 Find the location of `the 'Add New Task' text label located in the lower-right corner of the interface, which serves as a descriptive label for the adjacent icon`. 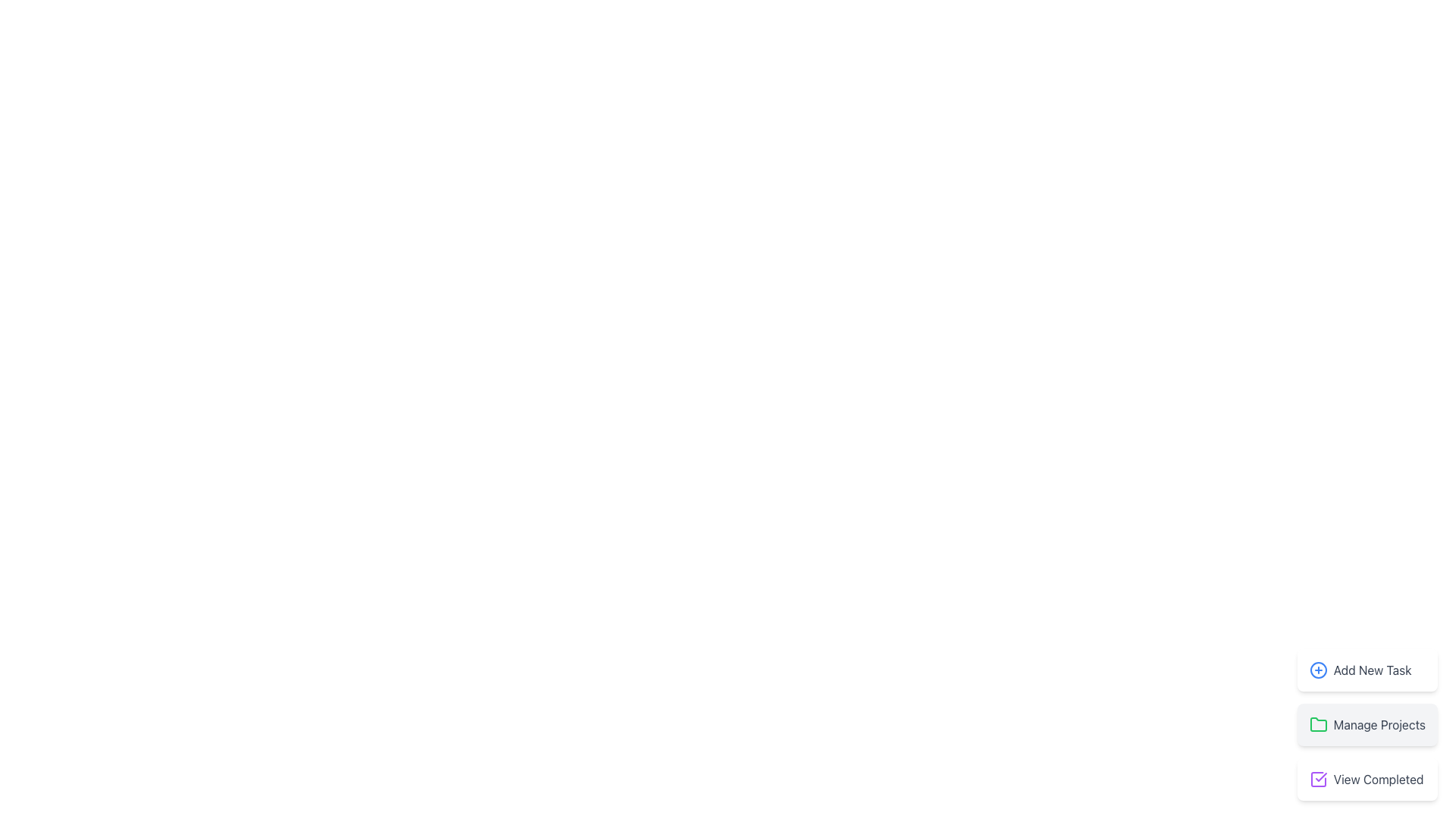

the 'Add New Task' text label located in the lower-right corner of the interface, which serves as a descriptive label for the adjacent icon is located at coordinates (1373, 669).